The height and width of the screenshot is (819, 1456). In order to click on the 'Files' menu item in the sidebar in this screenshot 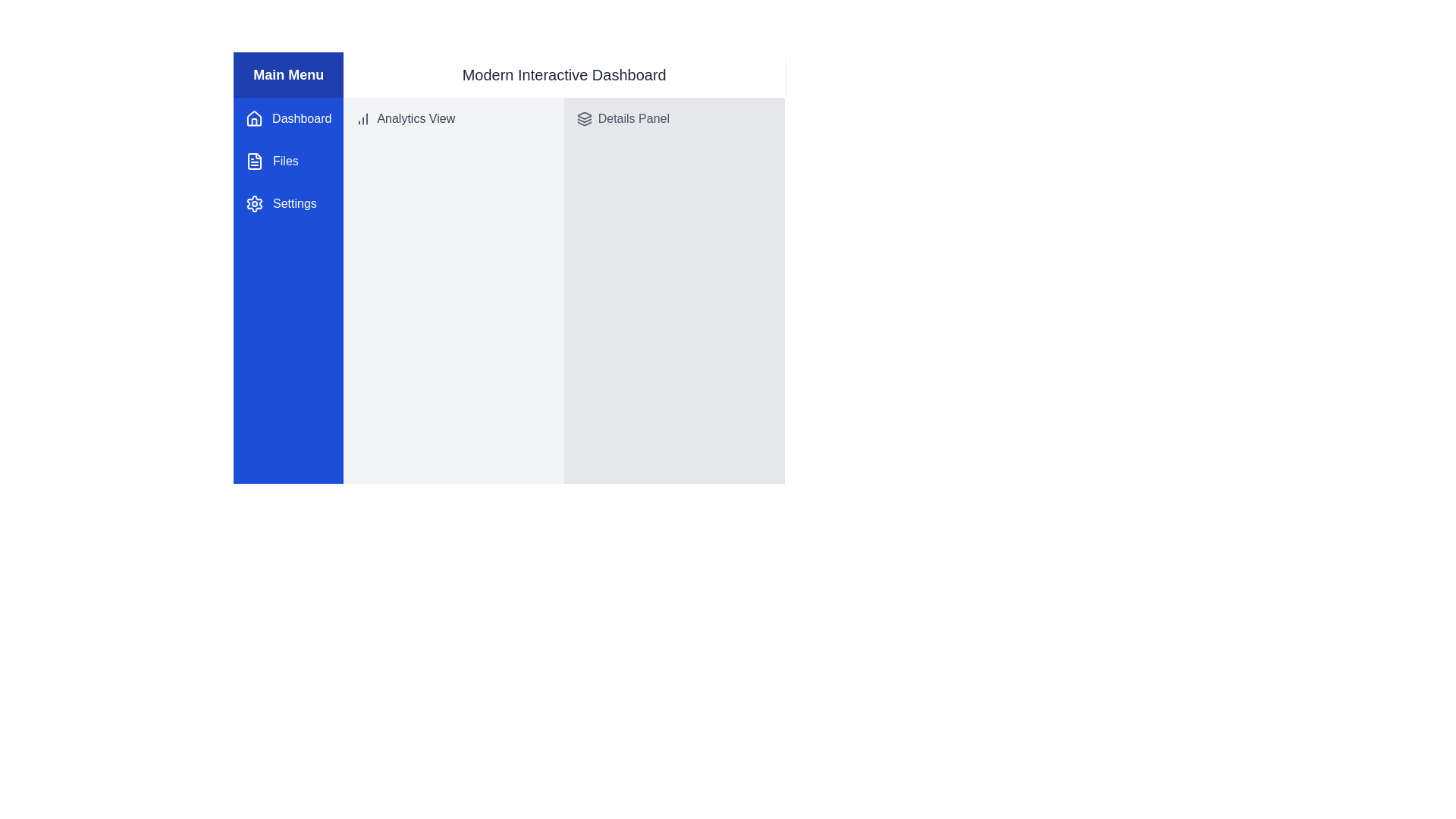, I will do `click(288, 161)`.